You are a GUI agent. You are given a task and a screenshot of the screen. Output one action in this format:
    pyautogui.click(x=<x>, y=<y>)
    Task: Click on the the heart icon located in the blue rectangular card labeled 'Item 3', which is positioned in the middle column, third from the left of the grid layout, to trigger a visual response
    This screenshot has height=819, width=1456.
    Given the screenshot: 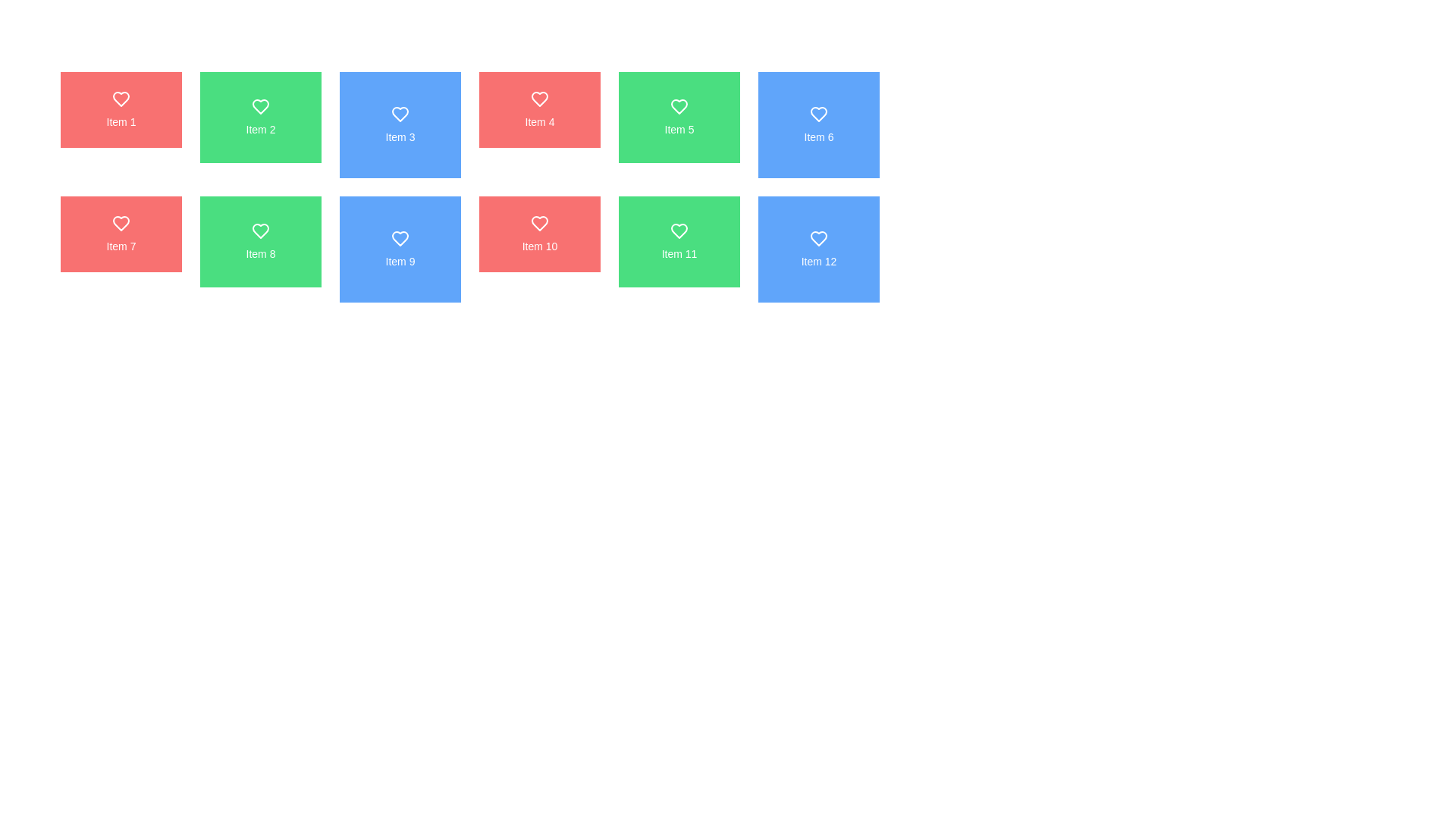 What is the action you would take?
    pyautogui.click(x=400, y=113)
    